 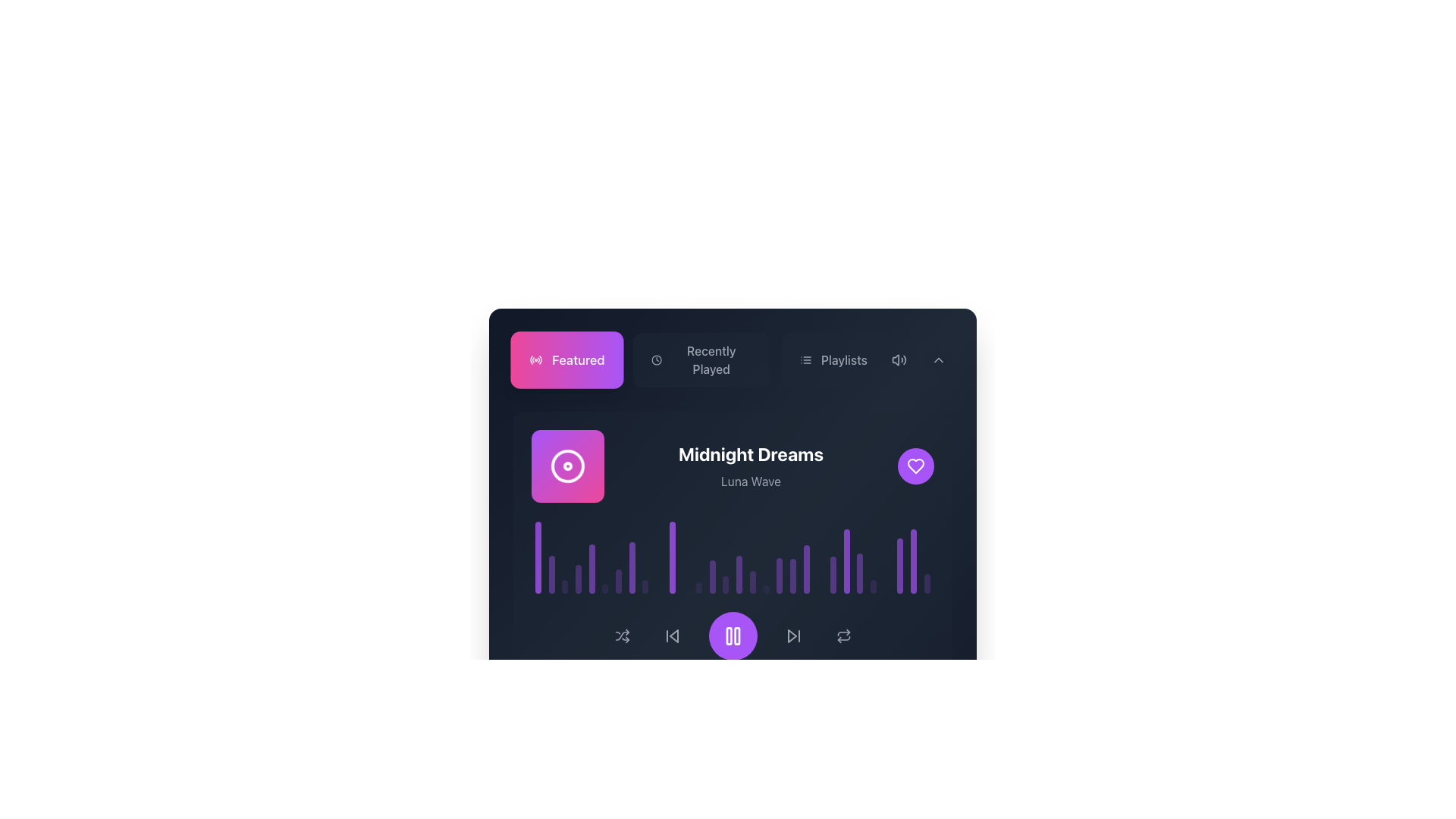 What do you see at coordinates (632, 567) in the screenshot?
I see `the 8th vertical histogram bar, which is purple with rounded tops and bottoms, located near the center of the group, situated below the music title and above the playback controls` at bounding box center [632, 567].